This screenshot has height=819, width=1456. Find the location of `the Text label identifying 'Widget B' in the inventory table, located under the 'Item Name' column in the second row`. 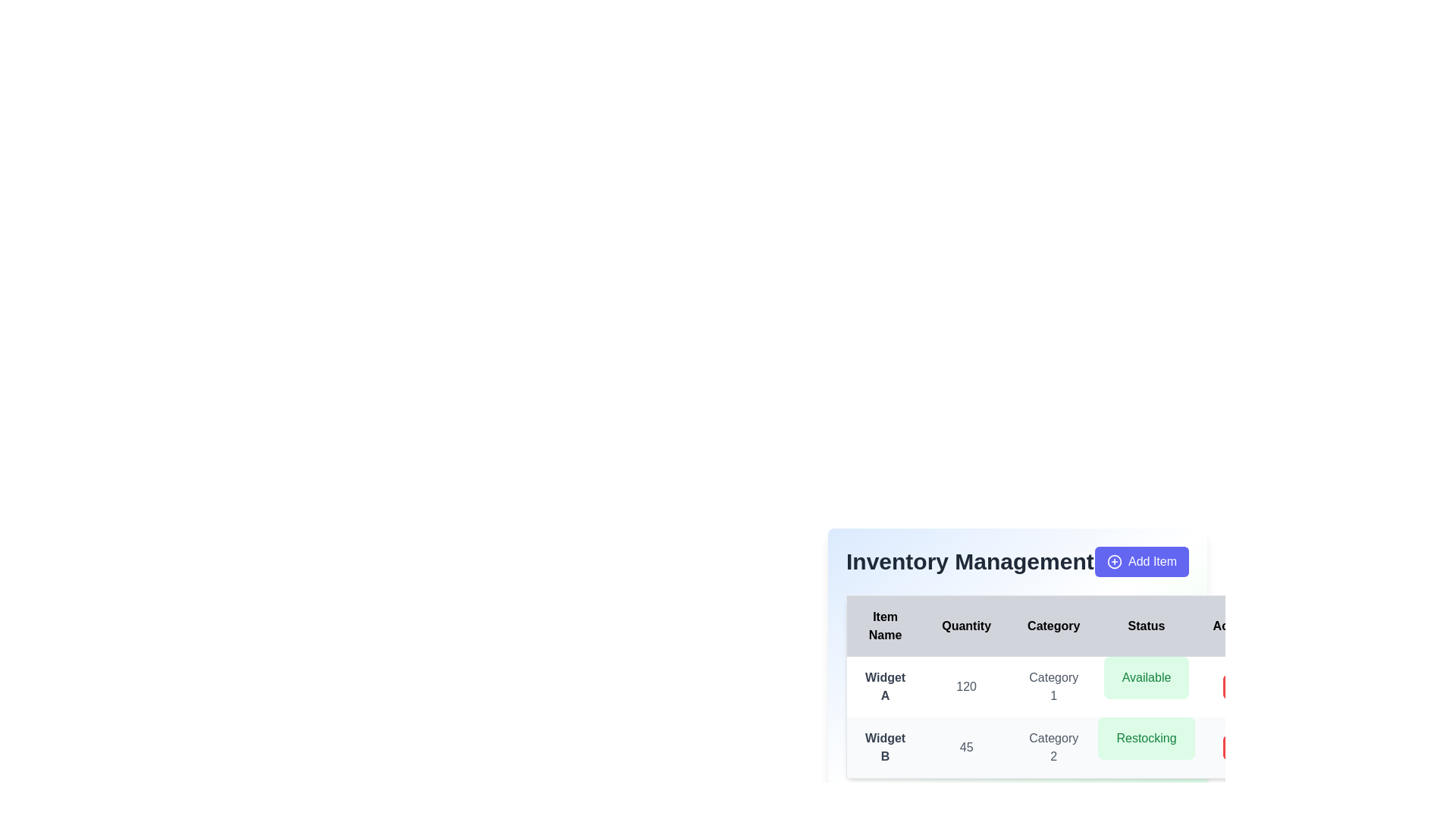

the Text label identifying 'Widget B' in the inventory table, located under the 'Item Name' column in the second row is located at coordinates (885, 747).